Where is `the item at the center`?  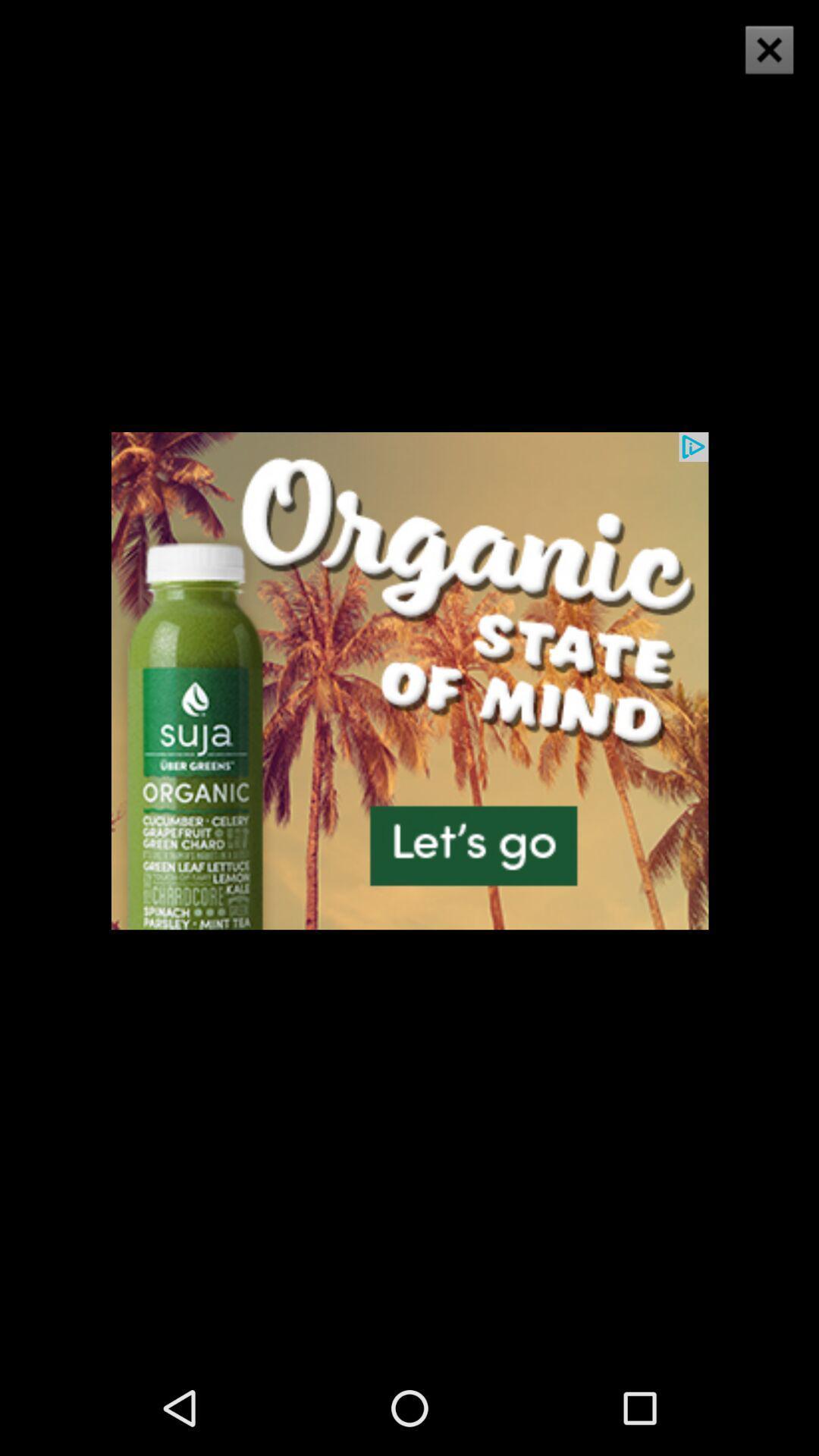 the item at the center is located at coordinates (409, 679).